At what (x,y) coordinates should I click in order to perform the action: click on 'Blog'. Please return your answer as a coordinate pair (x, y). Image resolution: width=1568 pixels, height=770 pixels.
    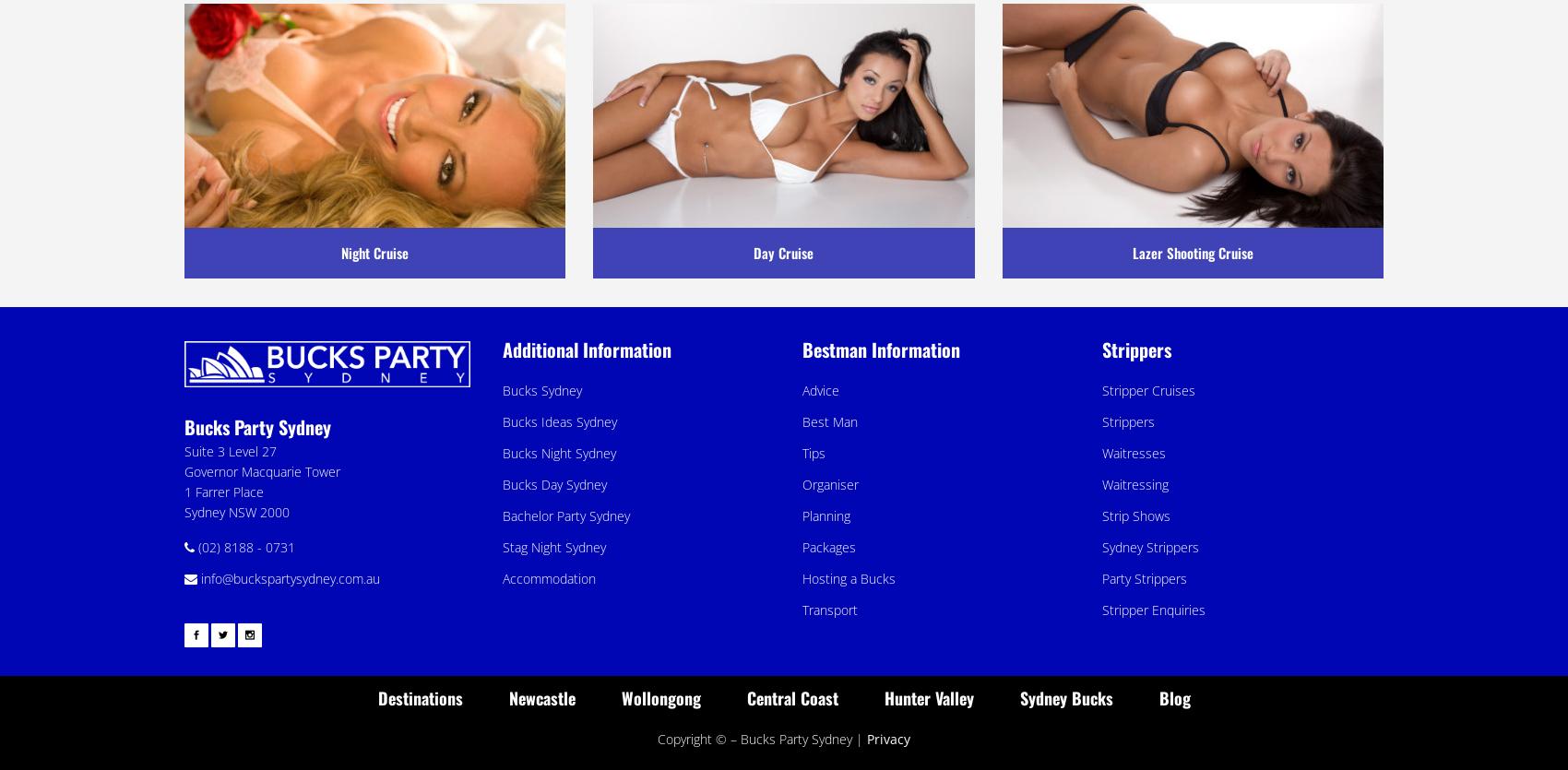
    Looking at the image, I should click on (1172, 696).